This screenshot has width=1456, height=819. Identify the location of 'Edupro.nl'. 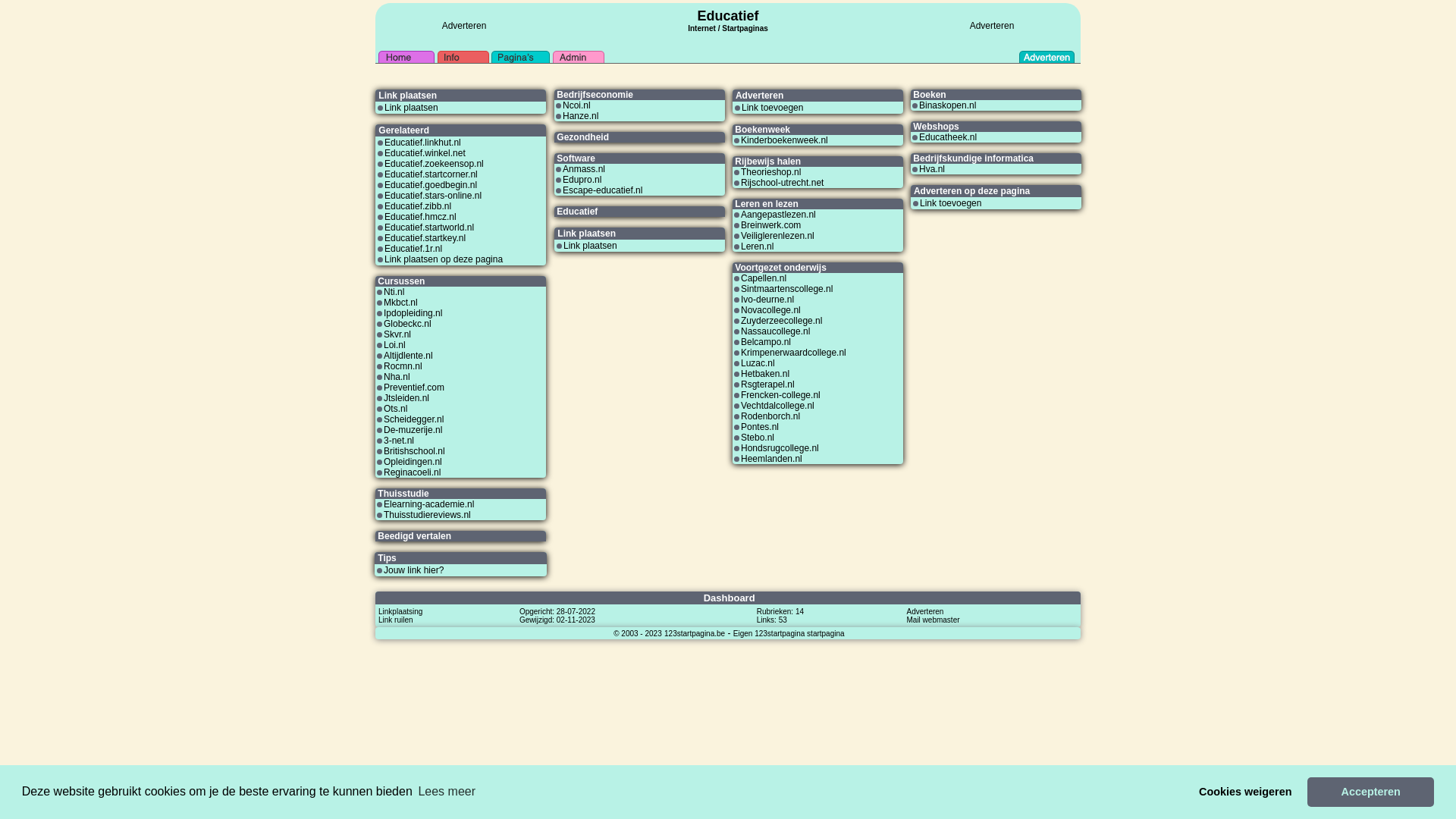
(581, 178).